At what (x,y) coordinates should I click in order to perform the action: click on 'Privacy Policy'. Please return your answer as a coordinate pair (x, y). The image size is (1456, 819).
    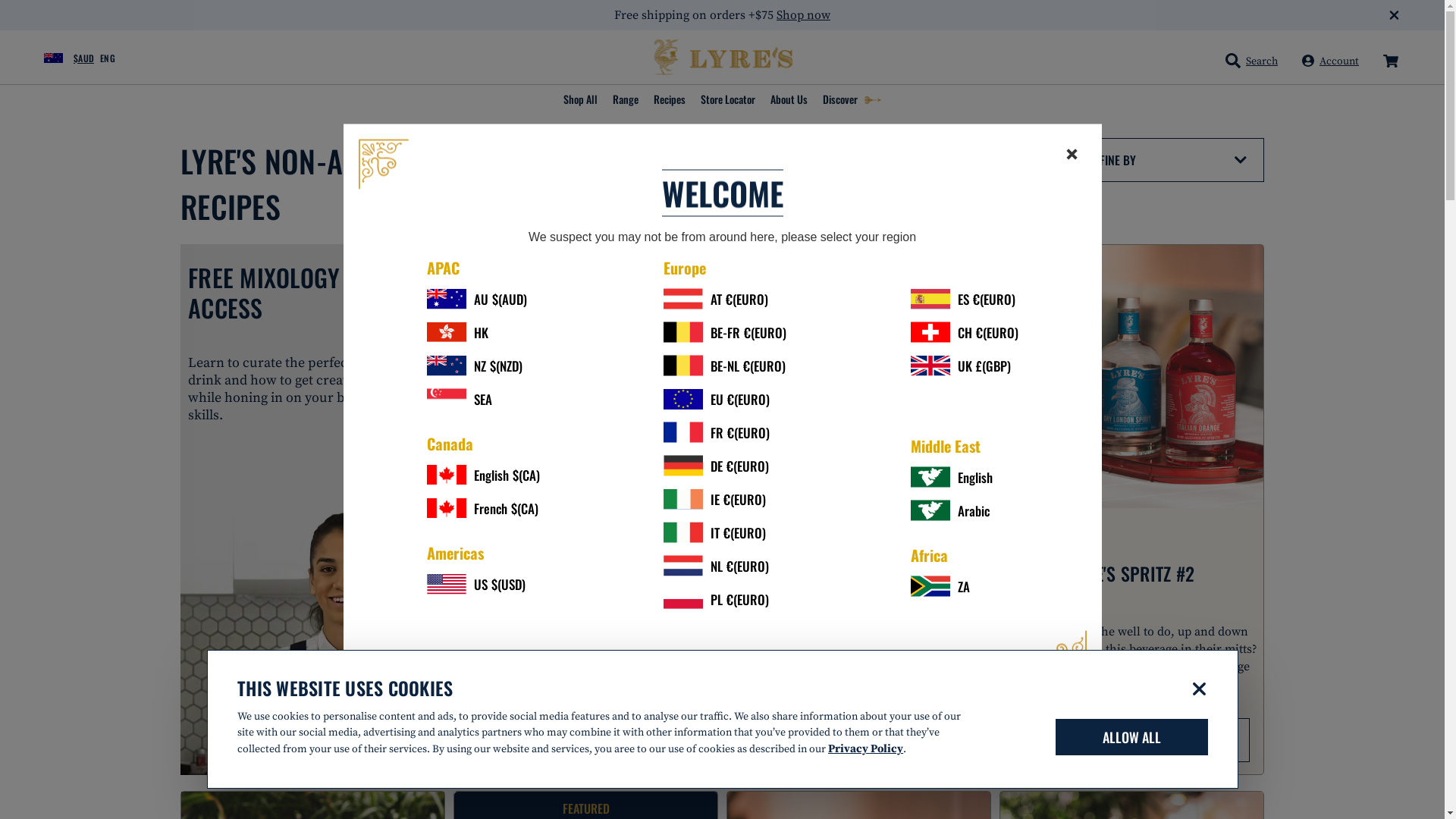
    Looking at the image, I should click on (865, 748).